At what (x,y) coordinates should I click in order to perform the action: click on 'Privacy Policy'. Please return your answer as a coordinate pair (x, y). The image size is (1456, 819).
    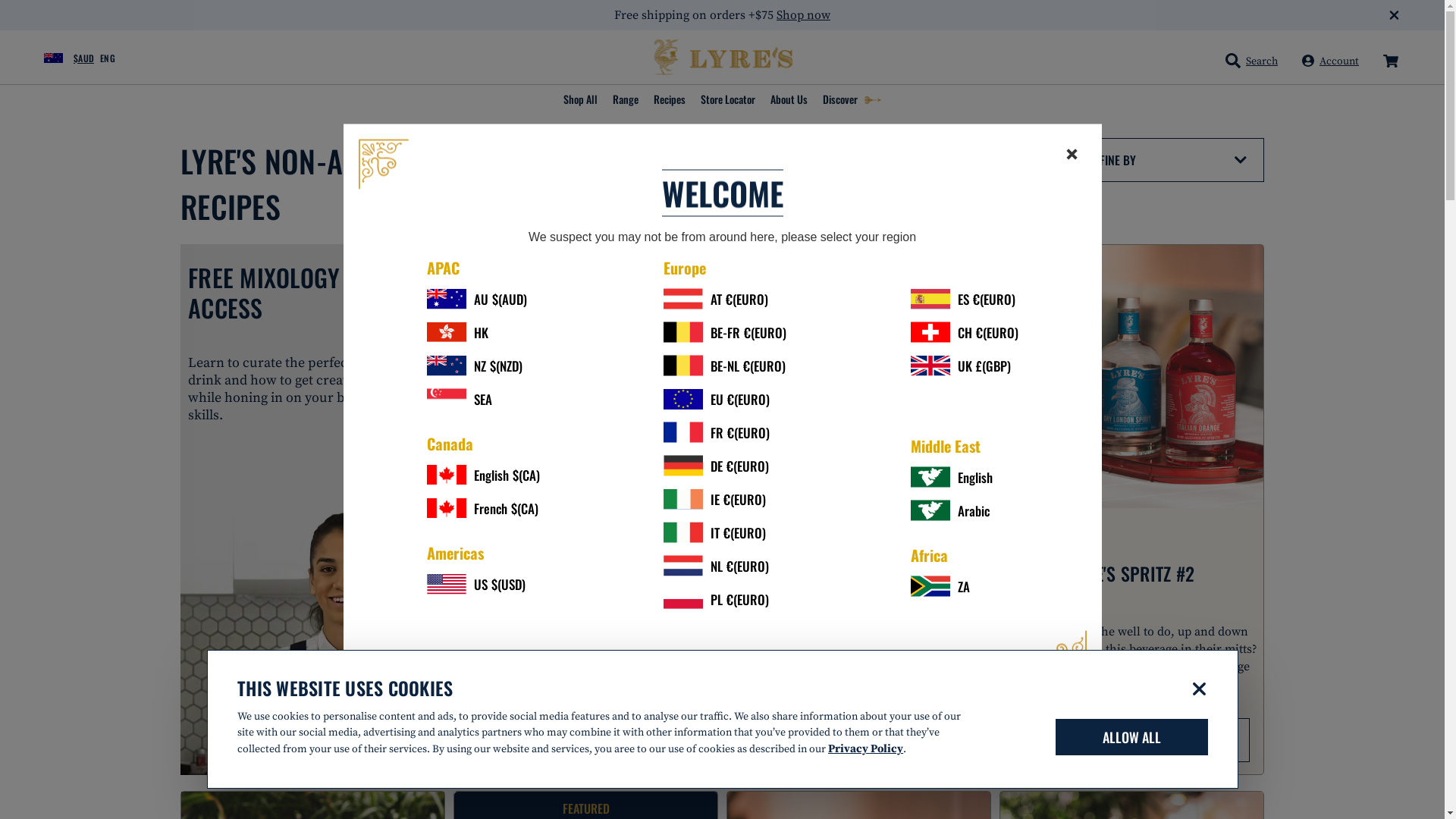
    Looking at the image, I should click on (865, 748).